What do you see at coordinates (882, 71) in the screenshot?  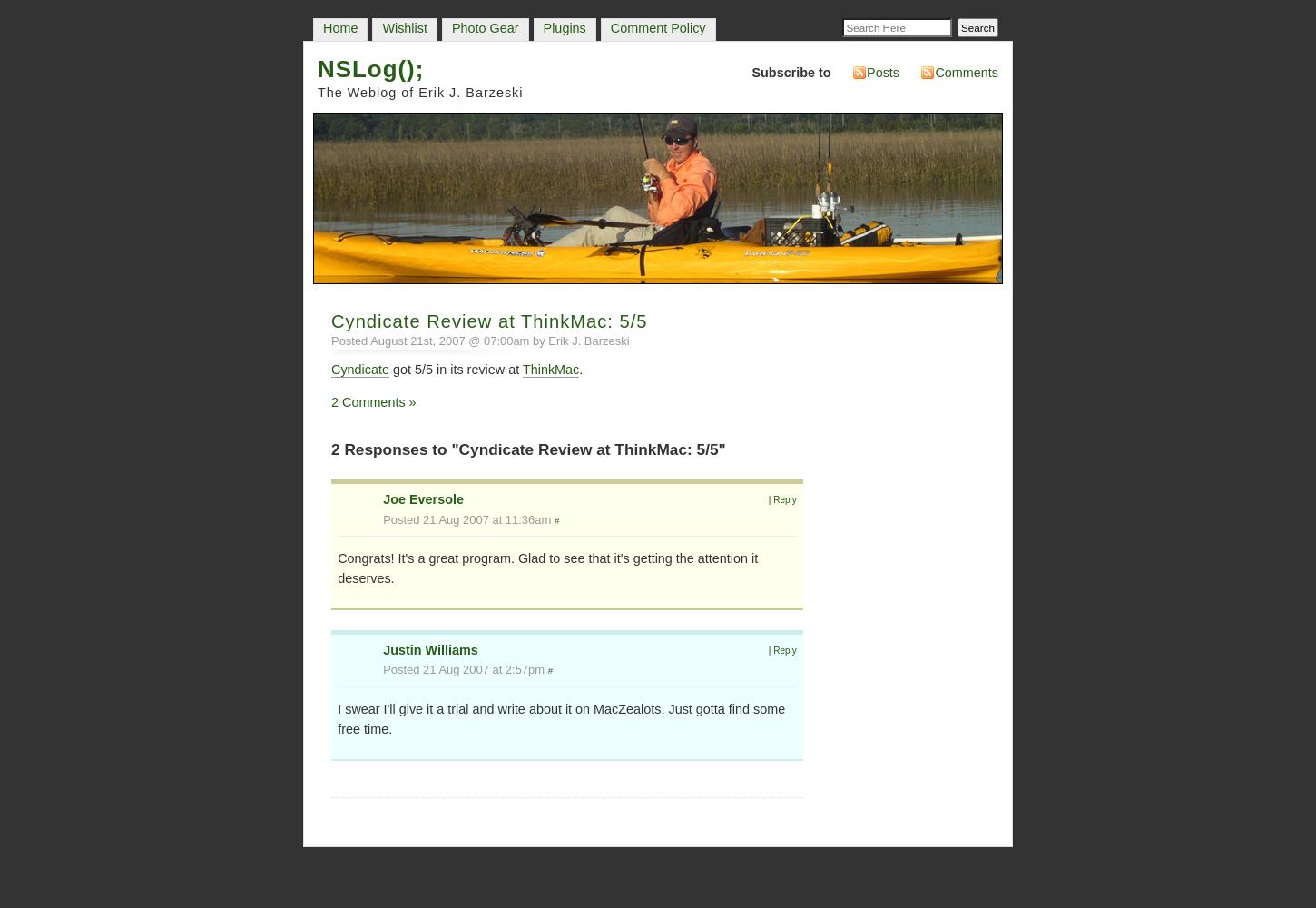 I see `'Posts'` at bounding box center [882, 71].